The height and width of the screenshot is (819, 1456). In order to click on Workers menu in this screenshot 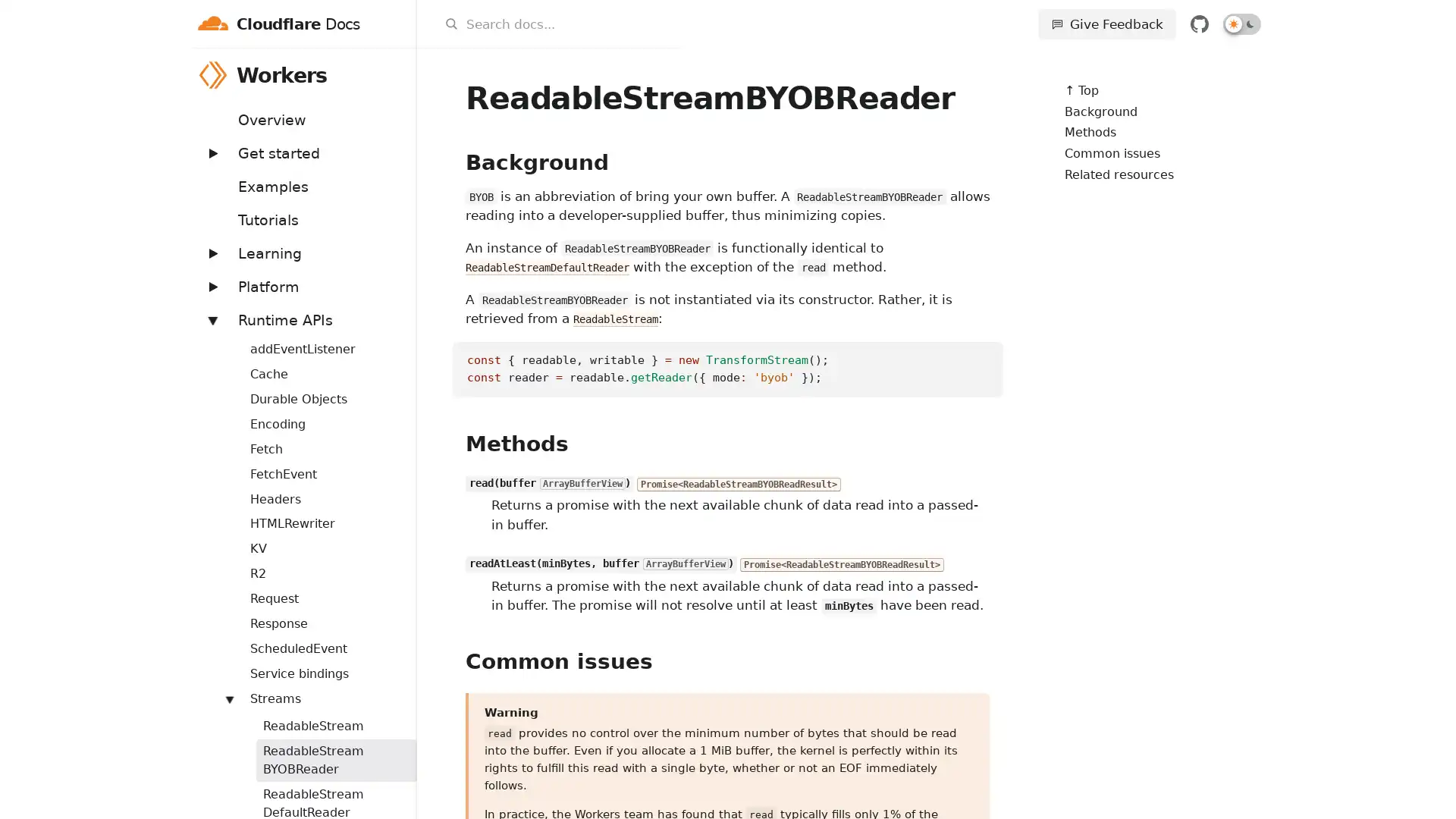, I will do `click(396, 74)`.